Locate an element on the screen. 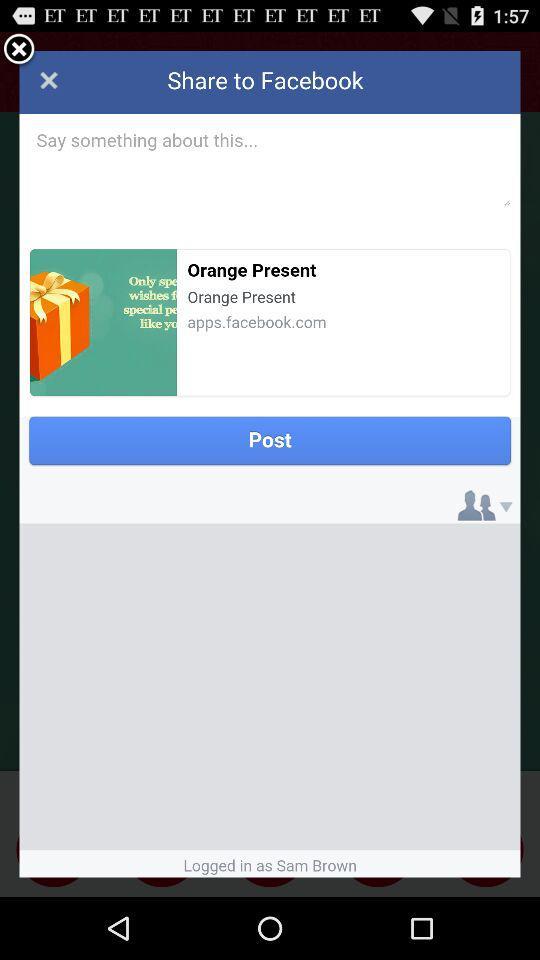  the icon at the center is located at coordinates (270, 464).